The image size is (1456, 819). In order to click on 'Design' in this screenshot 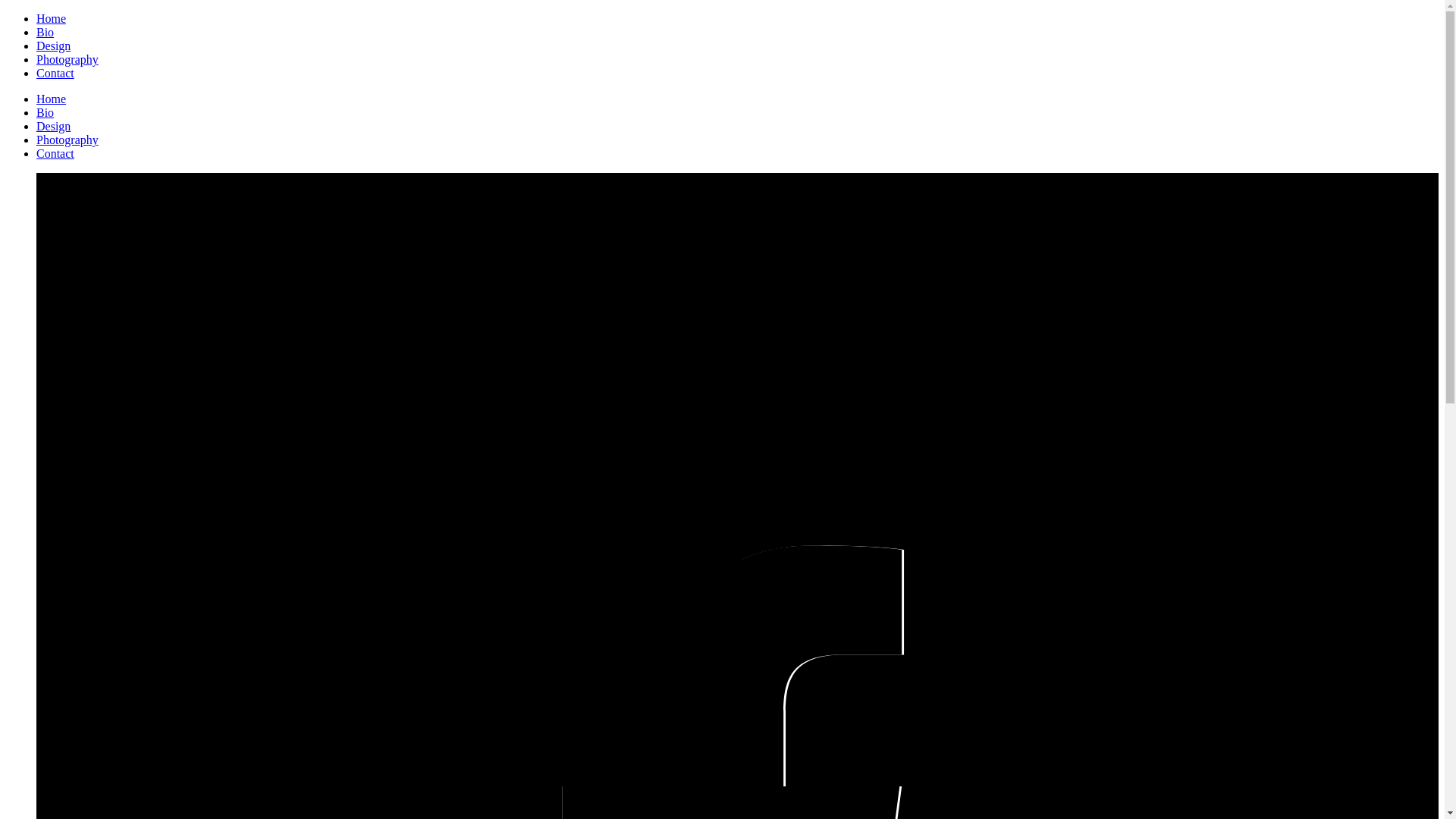, I will do `click(36, 125)`.